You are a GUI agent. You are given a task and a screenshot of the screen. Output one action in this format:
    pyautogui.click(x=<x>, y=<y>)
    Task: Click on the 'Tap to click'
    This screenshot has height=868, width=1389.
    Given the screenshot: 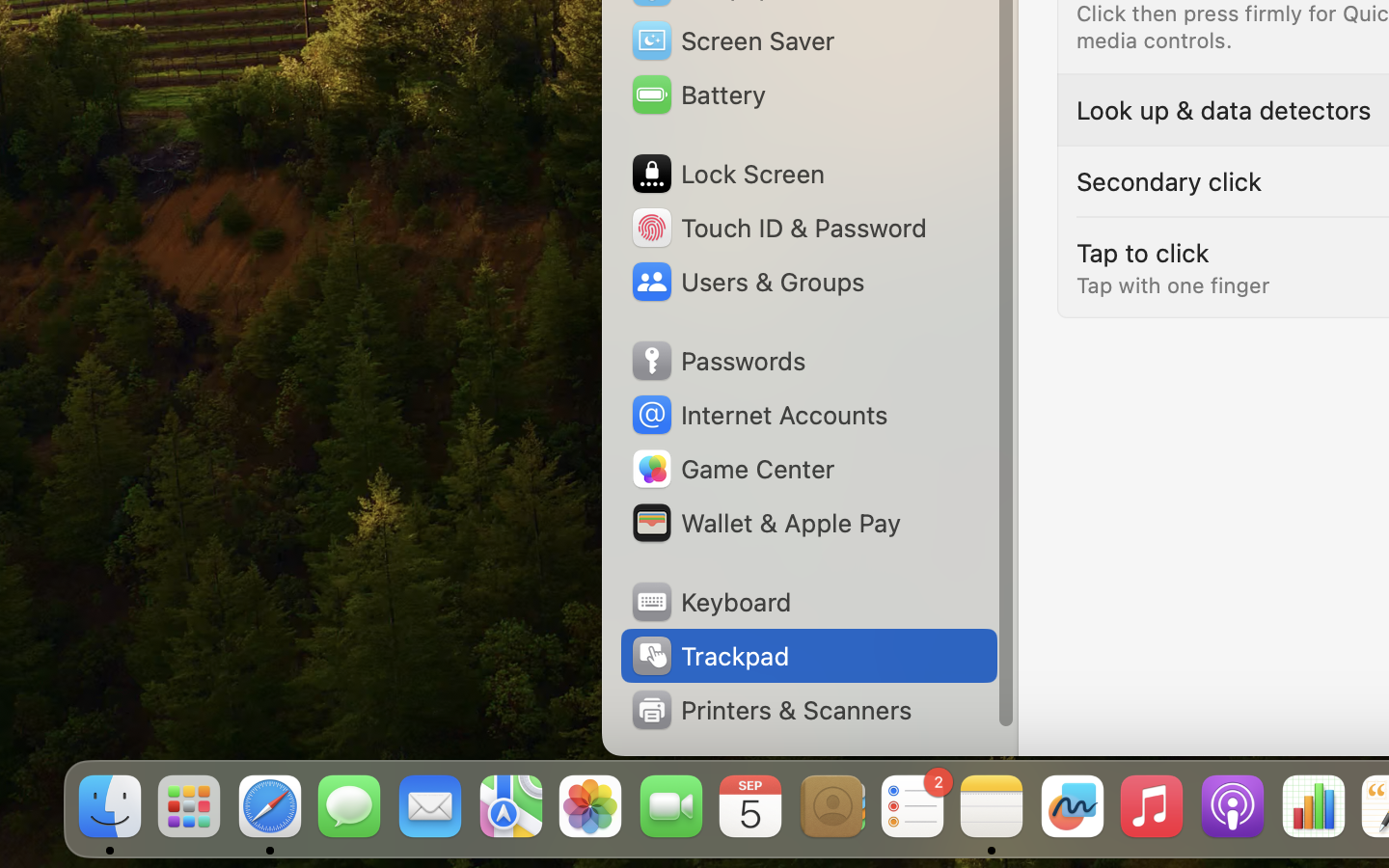 What is the action you would take?
    pyautogui.click(x=1142, y=251)
    